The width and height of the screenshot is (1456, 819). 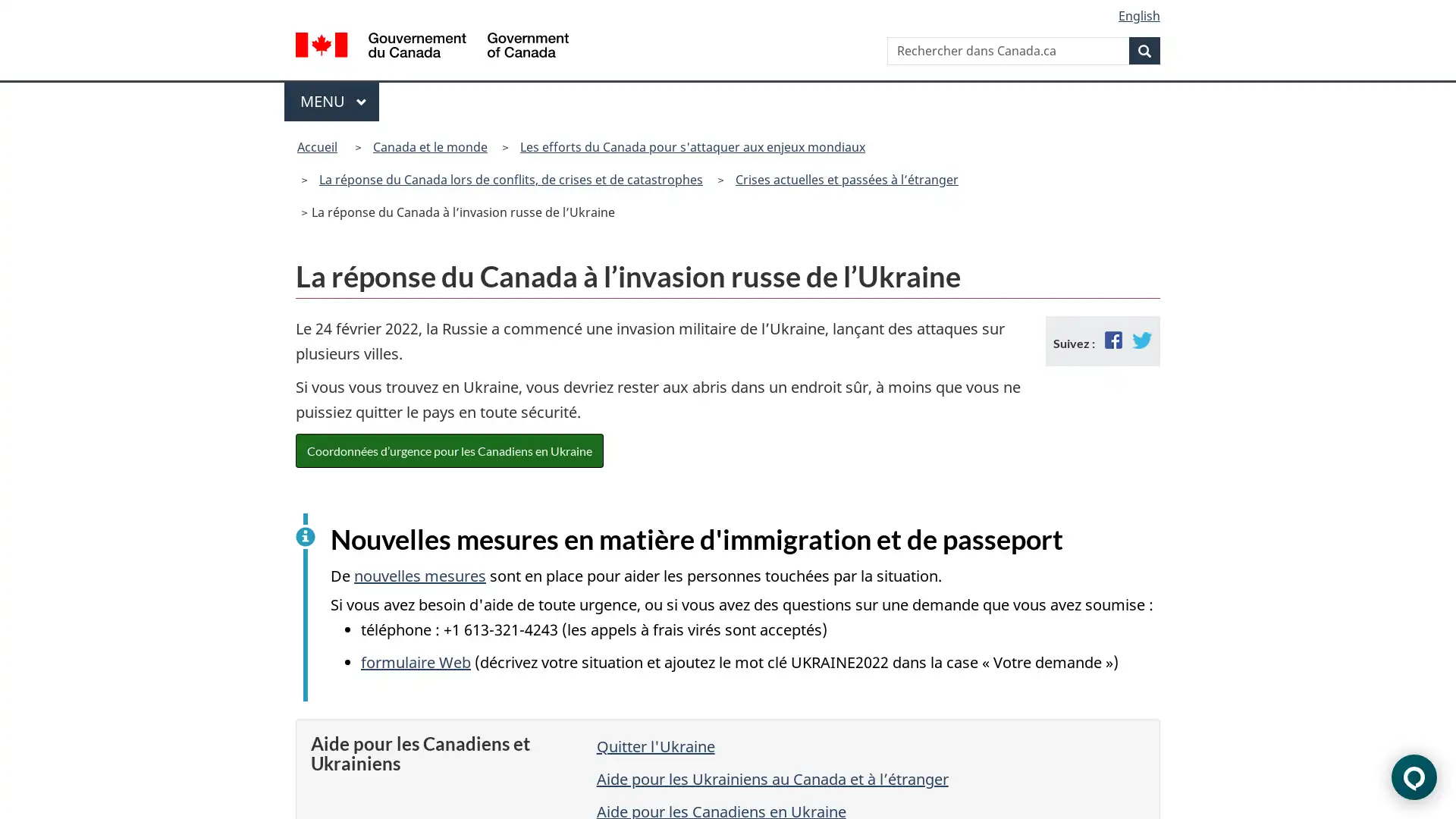 What do you see at coordinates (449, 449) in the screenshot?
I see `Coordonnees durgence pour les Canadiens en Ukraine` at bounding box center [449, 449].